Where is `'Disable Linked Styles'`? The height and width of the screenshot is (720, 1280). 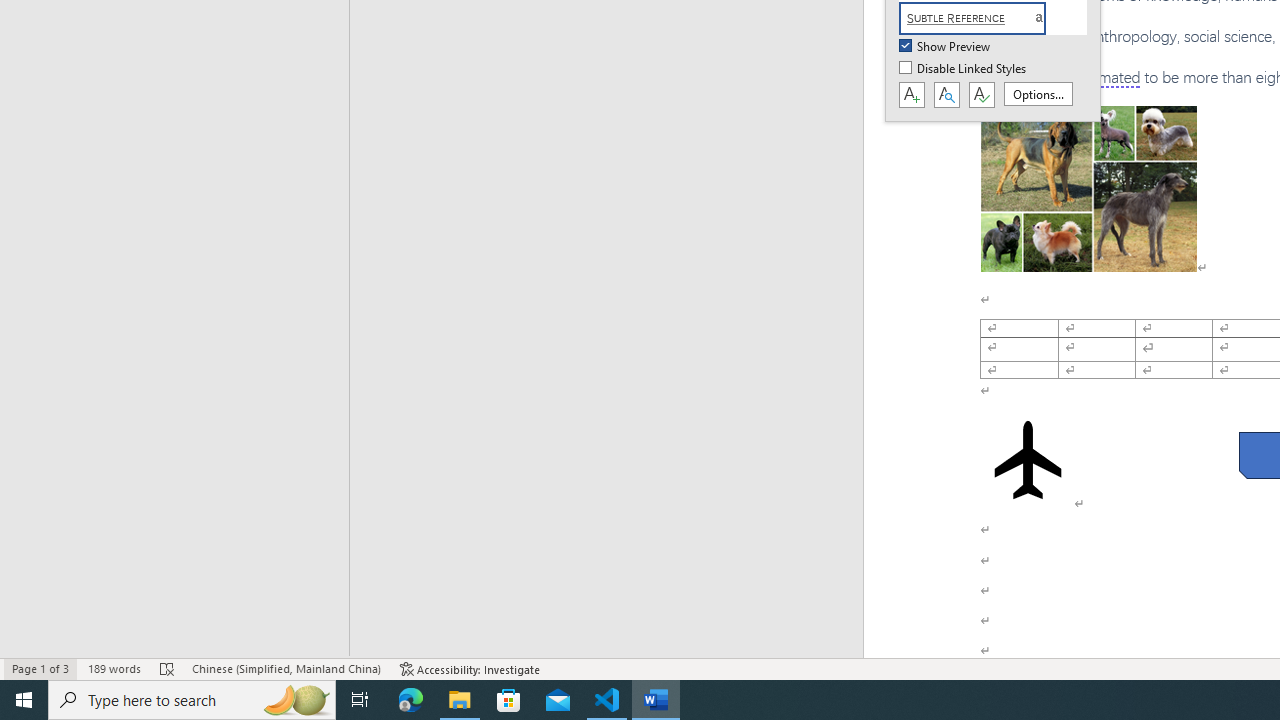
'Disable Linked Styles' is located at coordinates (964, 68).